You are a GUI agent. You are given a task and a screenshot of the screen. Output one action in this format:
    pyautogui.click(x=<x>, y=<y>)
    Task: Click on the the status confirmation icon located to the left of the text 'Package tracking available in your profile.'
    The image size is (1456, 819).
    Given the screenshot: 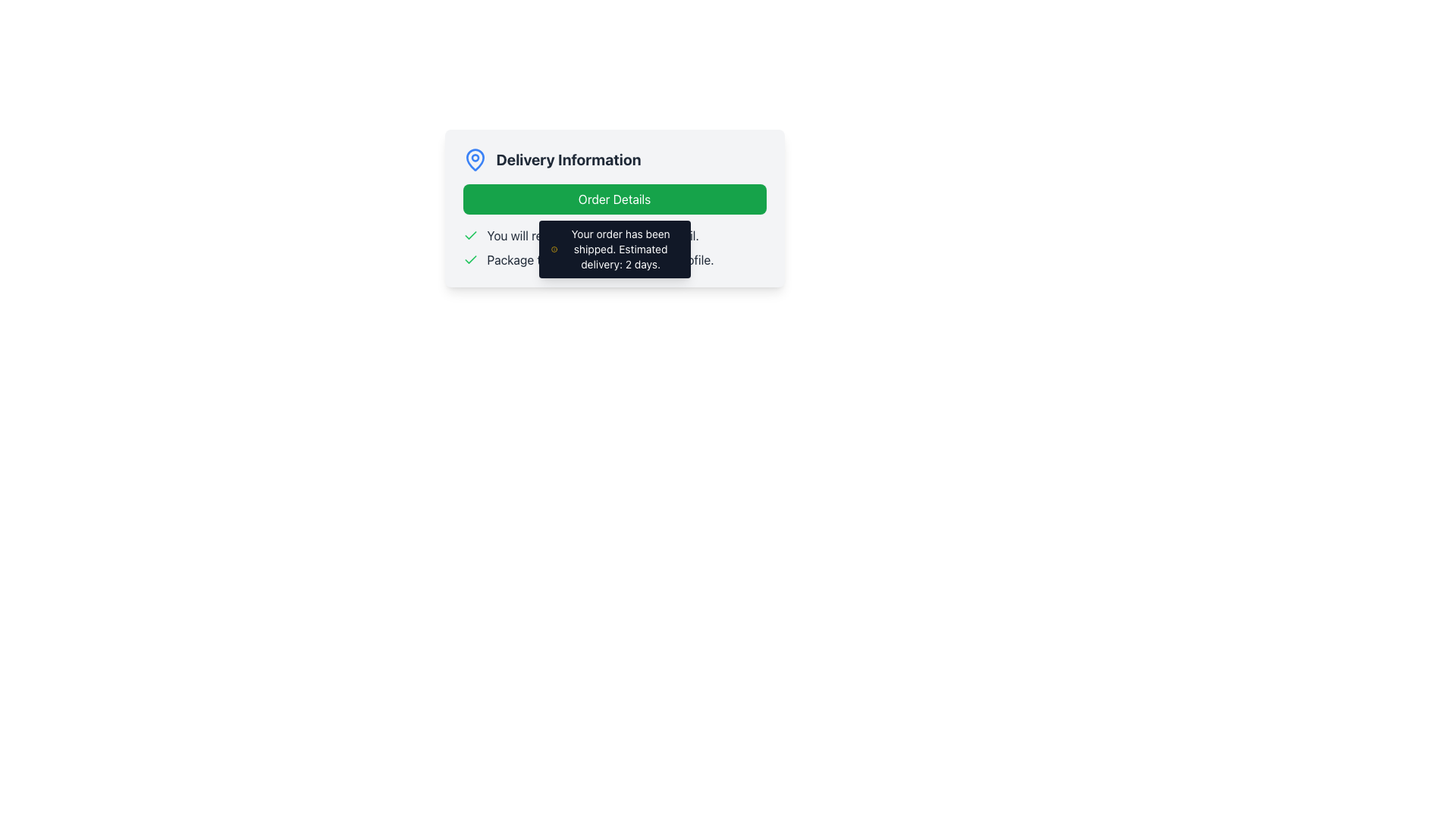 What is the action you would take?
    pyautogui.click(x=469, y=259)
    